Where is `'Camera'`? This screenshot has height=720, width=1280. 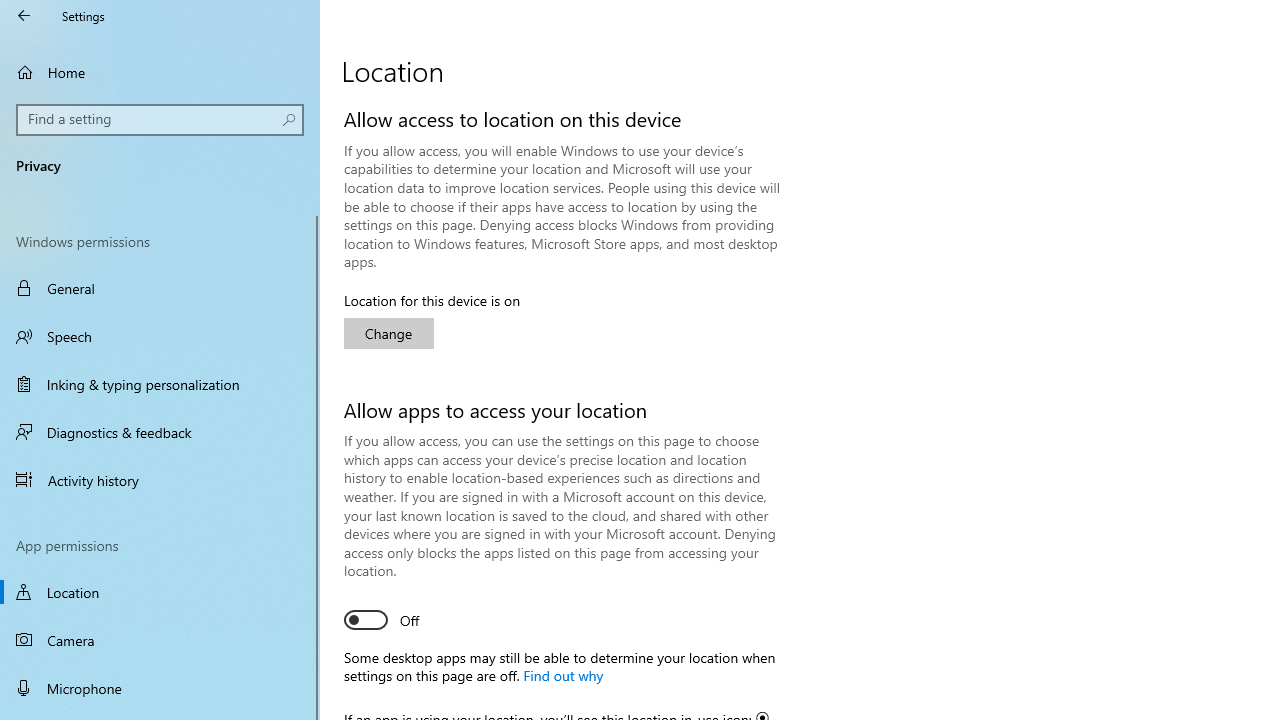 'Camera' is located at coordinates (160, 640).